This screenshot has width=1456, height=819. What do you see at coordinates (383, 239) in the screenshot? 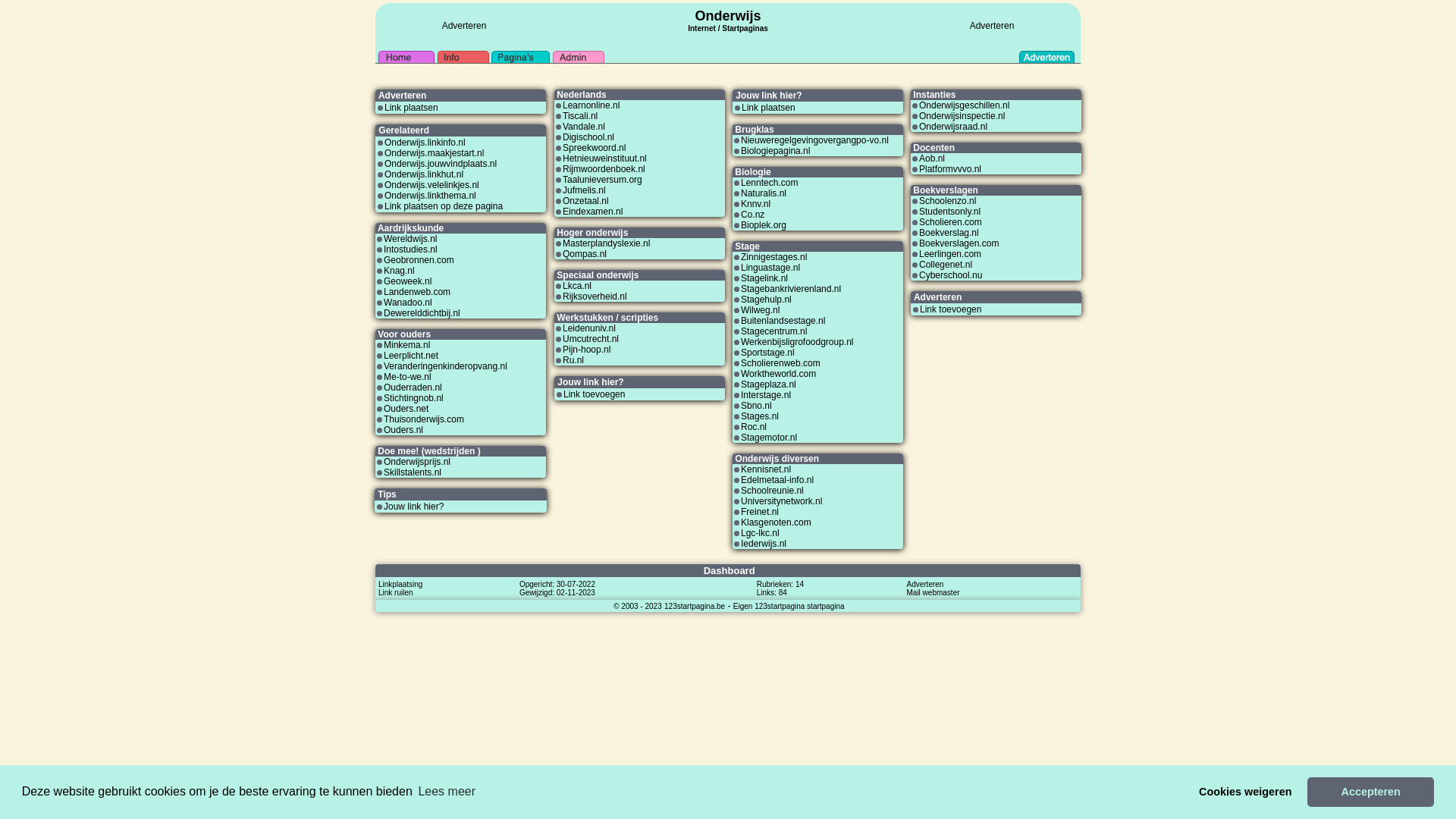
I see `'Wereldwijs.nl'` at bounding box center [383, 239].